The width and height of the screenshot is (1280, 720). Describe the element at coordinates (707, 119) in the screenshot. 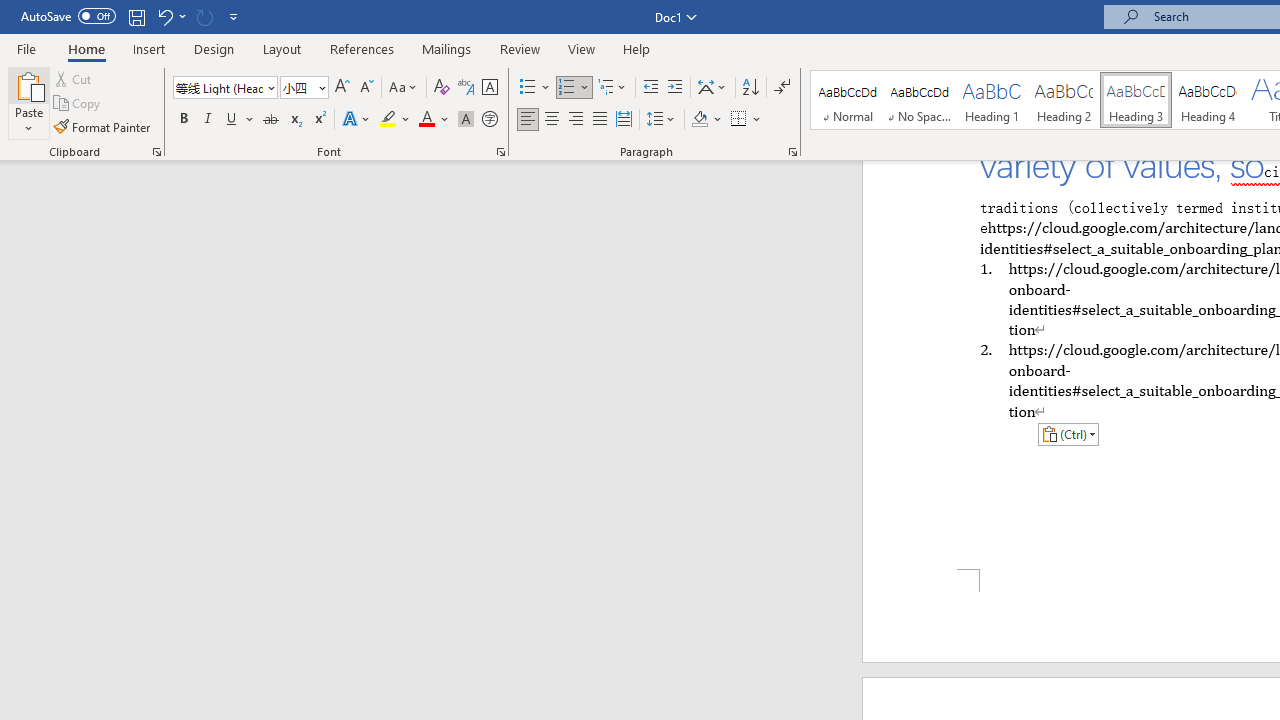

I see `'Shading'` at that location.